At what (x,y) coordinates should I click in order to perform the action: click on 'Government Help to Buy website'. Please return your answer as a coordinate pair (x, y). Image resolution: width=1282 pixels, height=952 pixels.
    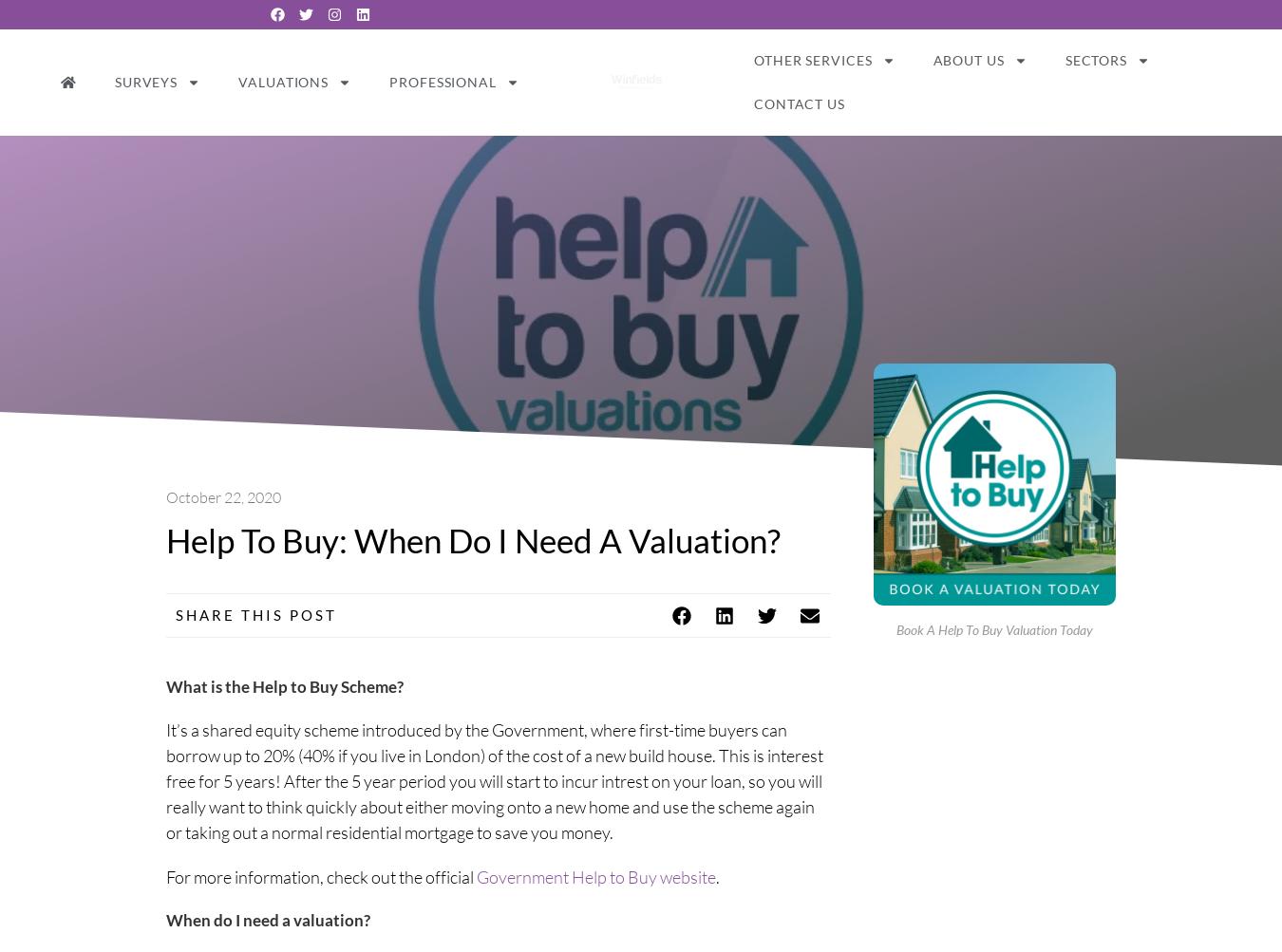
    Looking at the image, I should click on (596, 875).